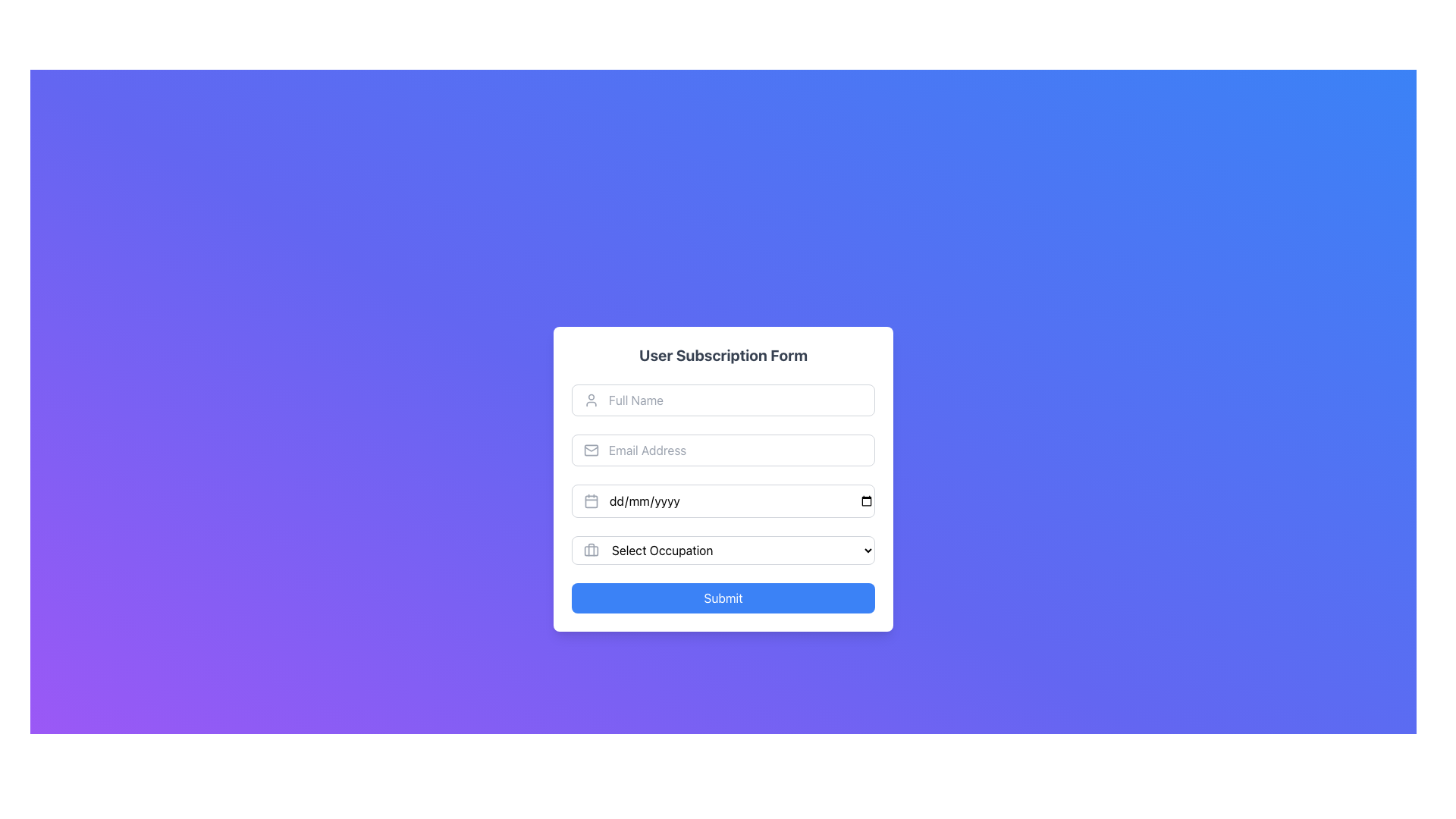 The image size is (1456, 819). Describe the element at coordinates (723, 550) in the screenshot. I see `the arrow of the dropdown menu in the 'User Subscription Form'` at that location.